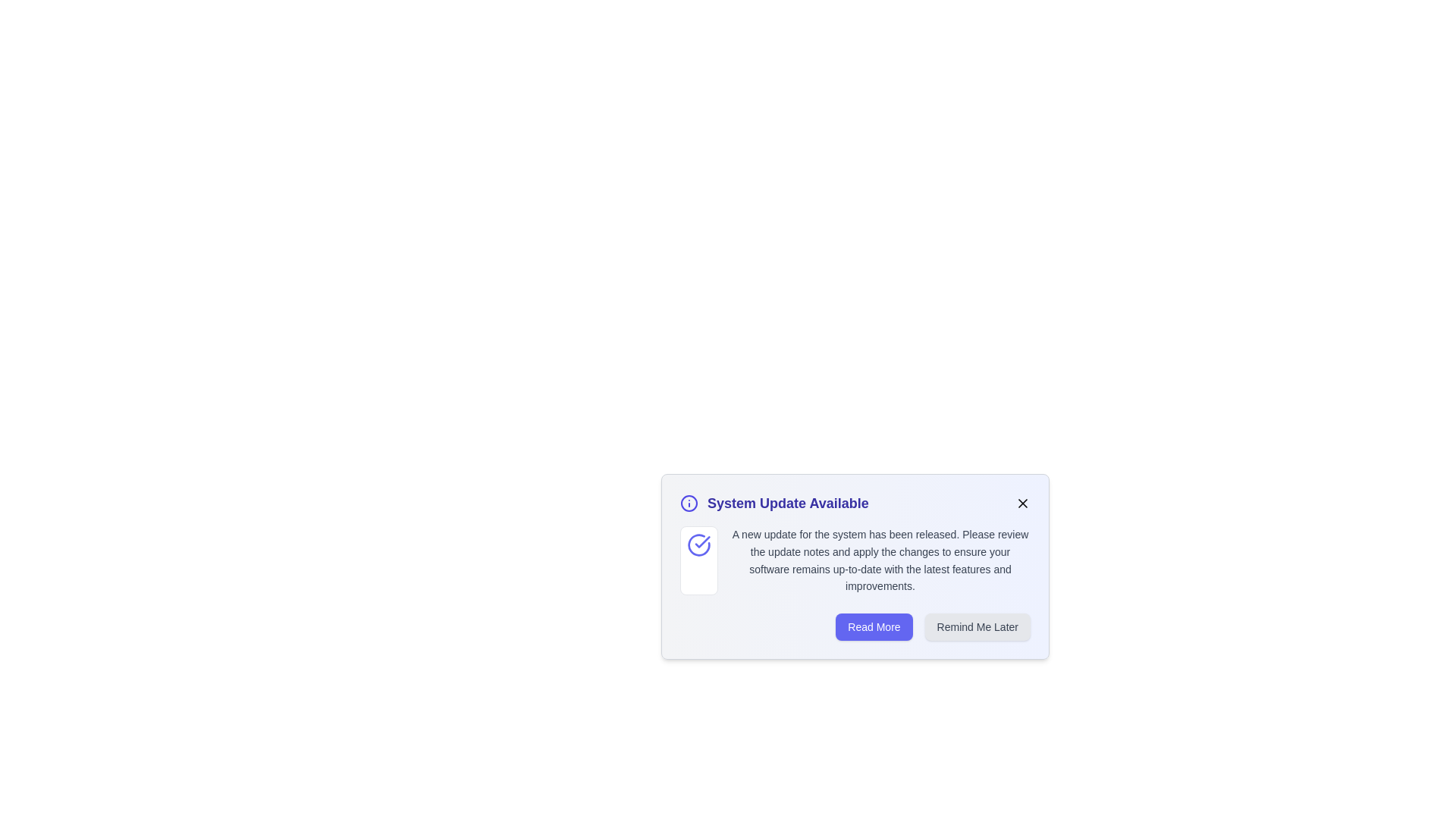  I want to click on 'Remind Me Later' button to dismiss the alert, so click(977, 626).